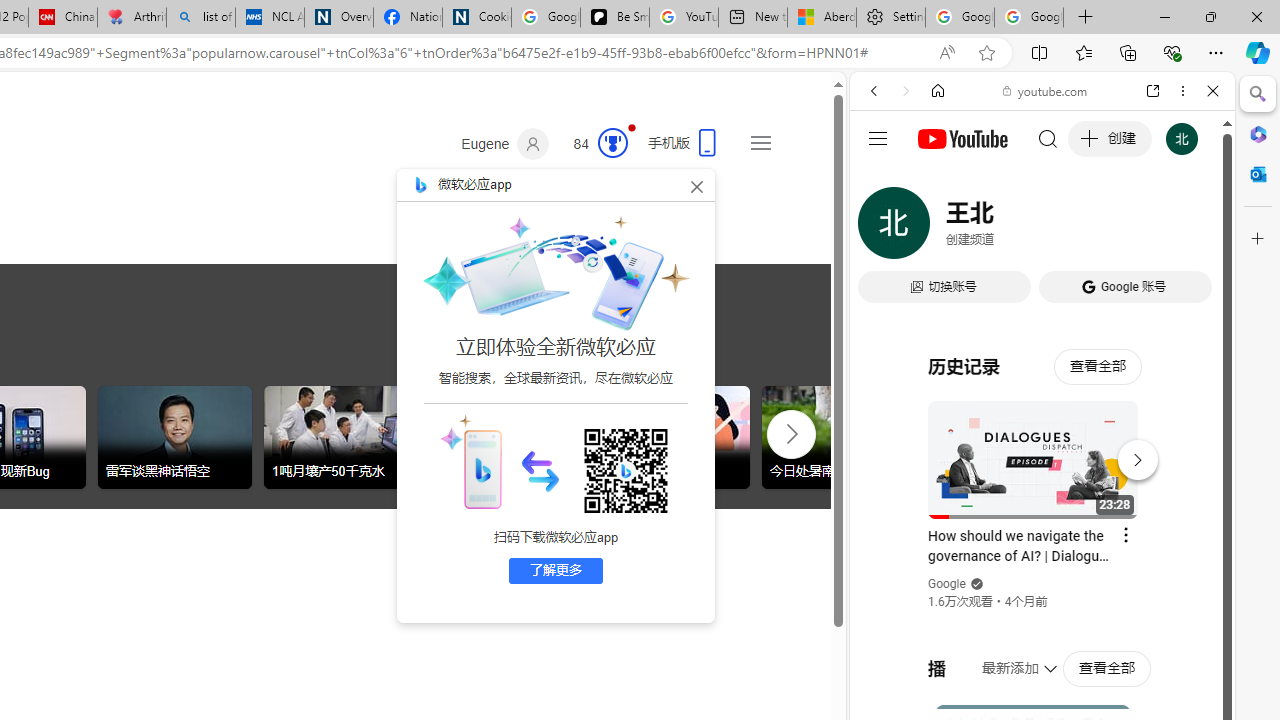  I want to click on 'Web scope', so click(881, 180).